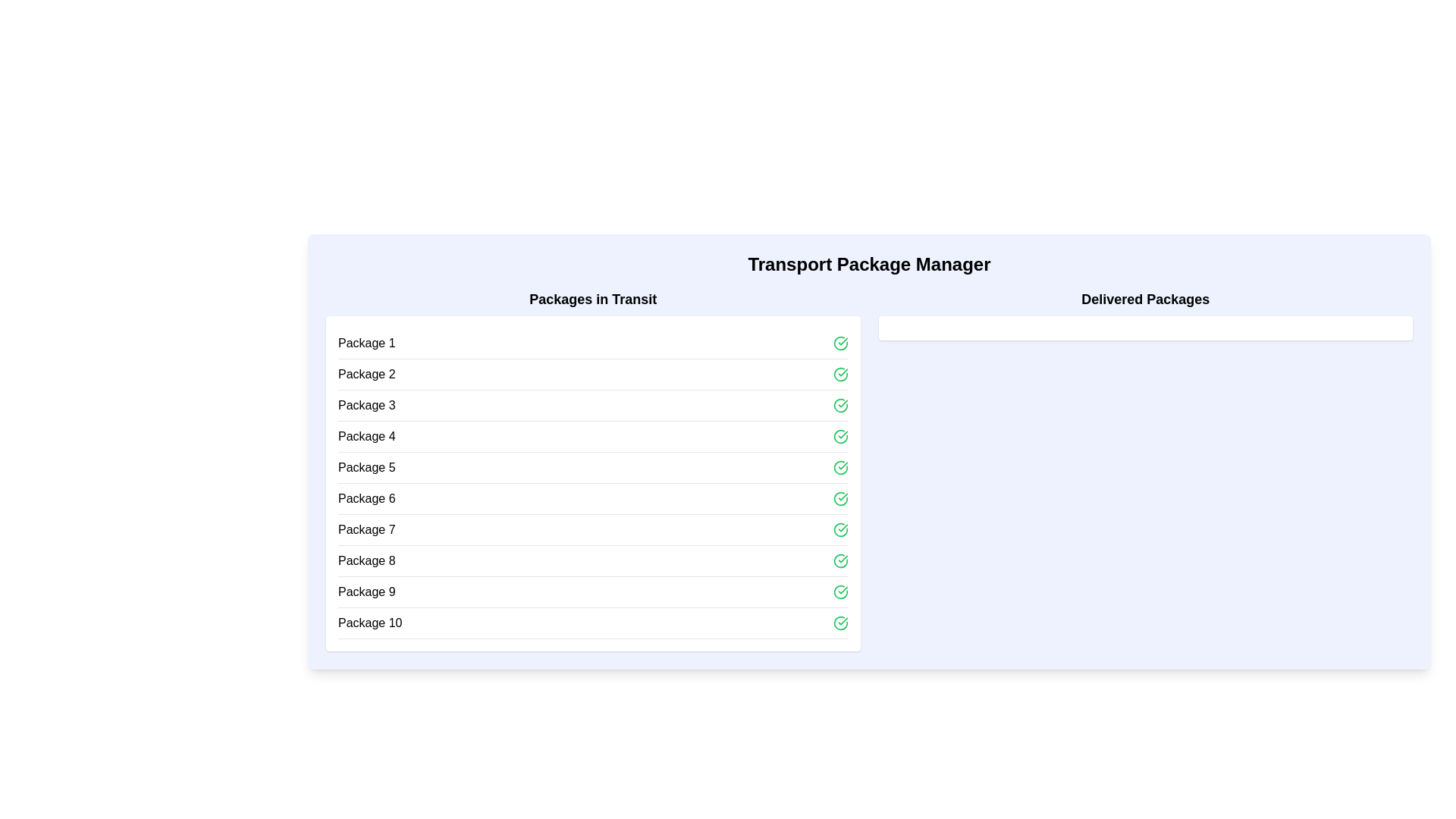  What do you see at coordinates (839, 591) in the screenshot?
I see `status icon indicating a successful or complete status of 'Package 10', located in the 'Packages in Transit' section to the right of the package label` at bounding box center [839, 591].